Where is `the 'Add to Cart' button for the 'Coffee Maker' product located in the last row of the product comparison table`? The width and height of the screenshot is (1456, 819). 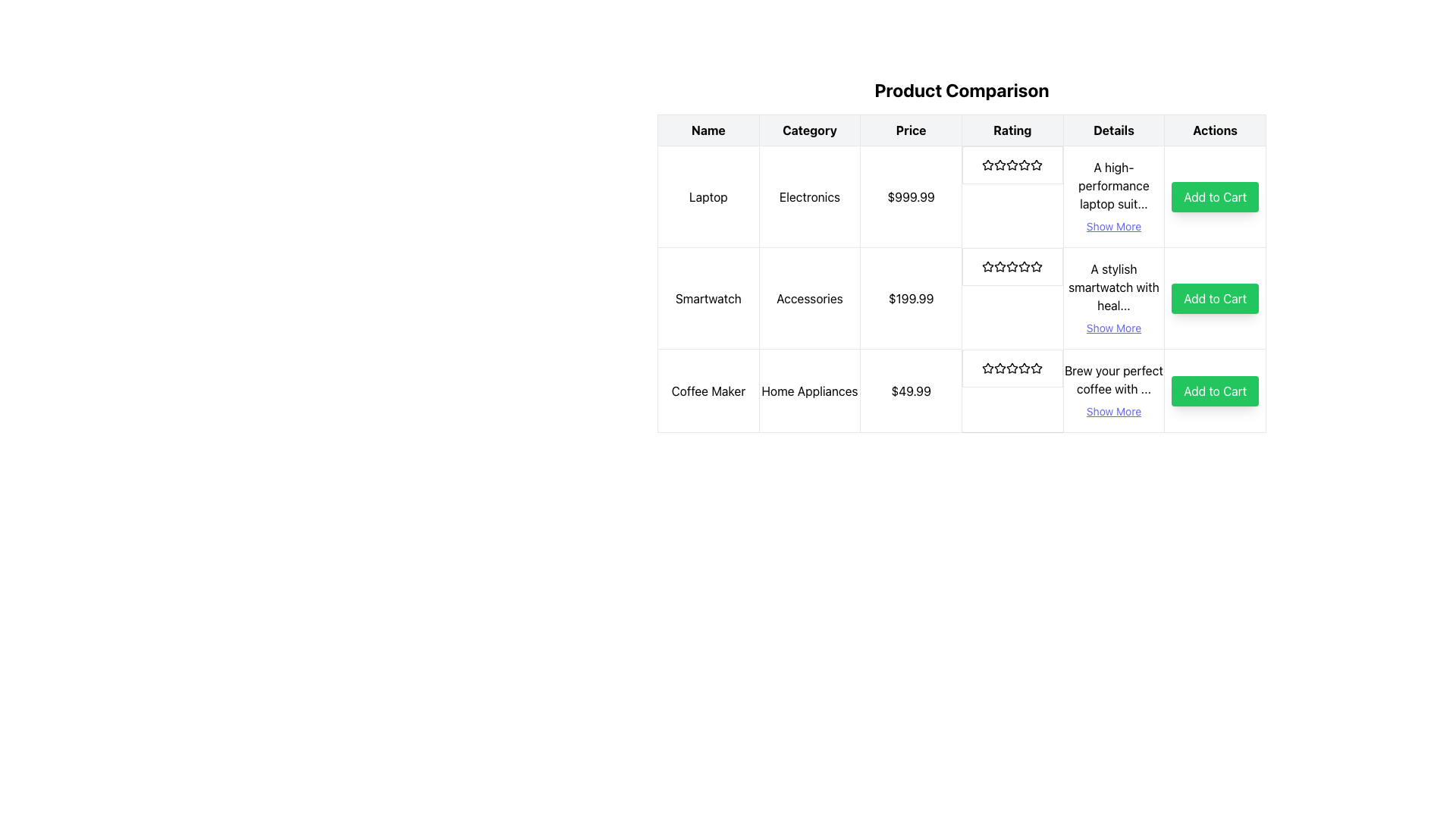 the 'Add to Cart' button for the 'Coffee Maker' product located in the last row of the product comparison table is located at coordinates (1215, 390).